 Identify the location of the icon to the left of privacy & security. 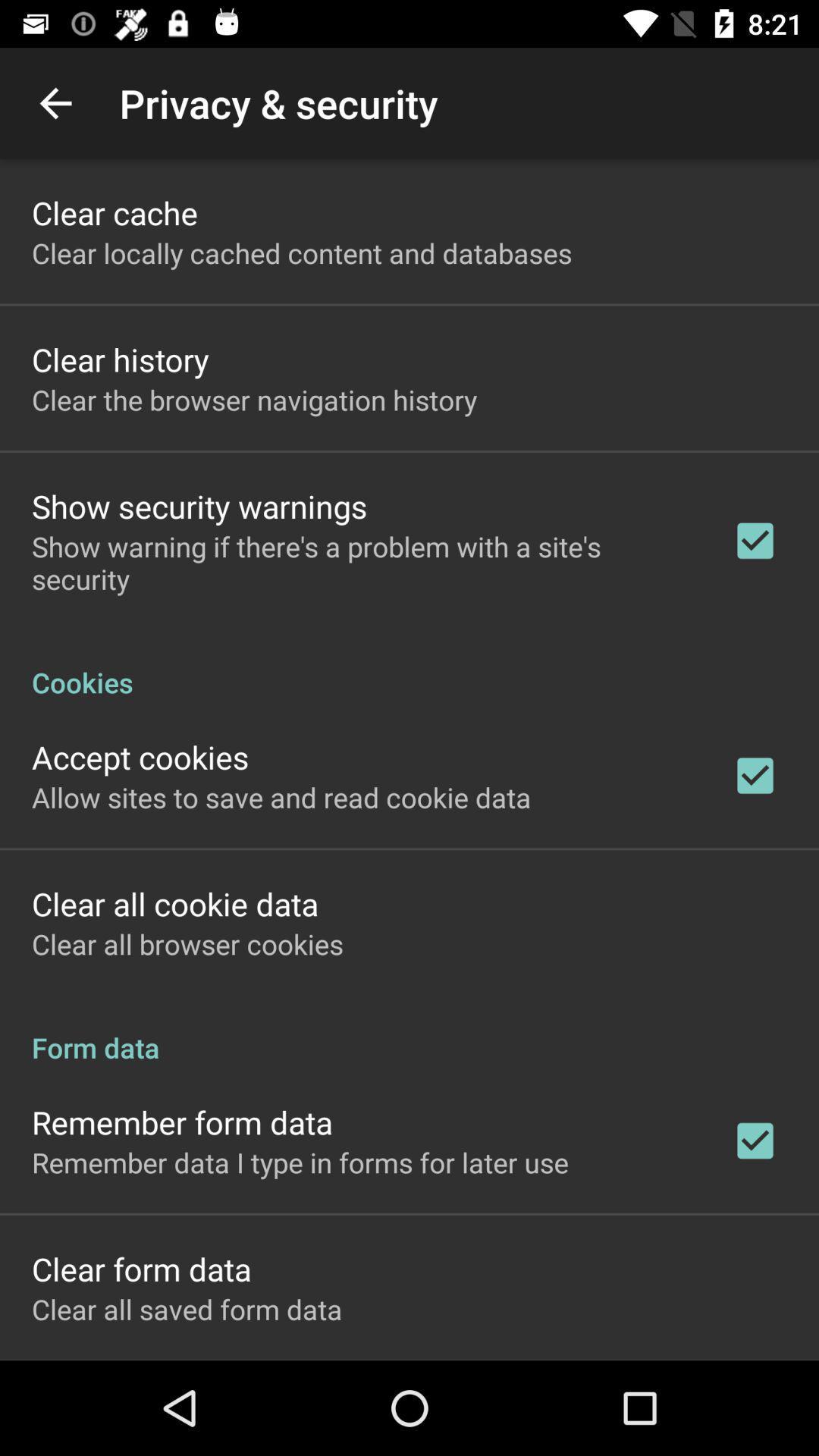
(55, 102).